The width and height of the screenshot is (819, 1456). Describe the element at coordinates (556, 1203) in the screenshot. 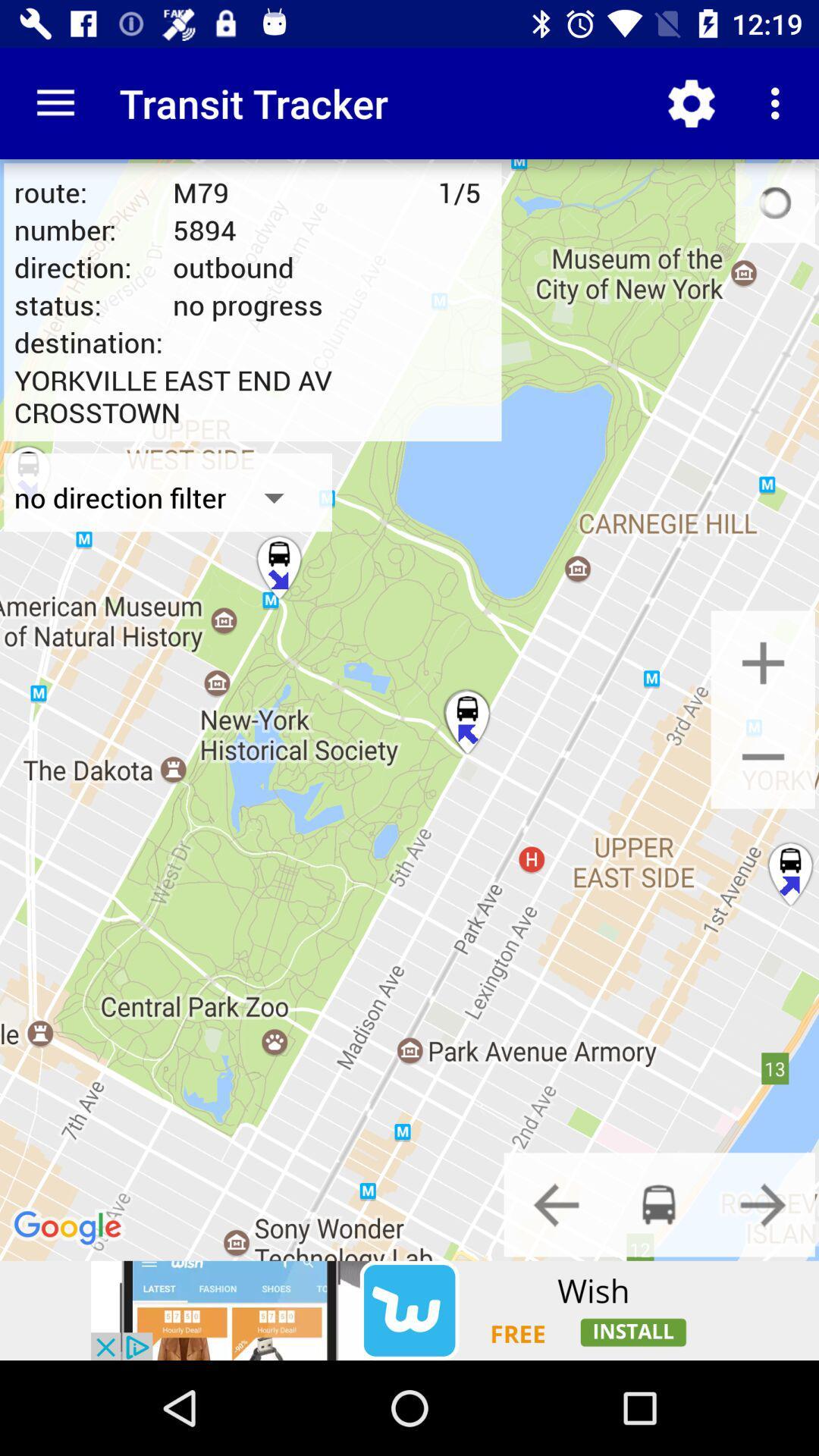

I see `the arrow_backward icon` at that location.